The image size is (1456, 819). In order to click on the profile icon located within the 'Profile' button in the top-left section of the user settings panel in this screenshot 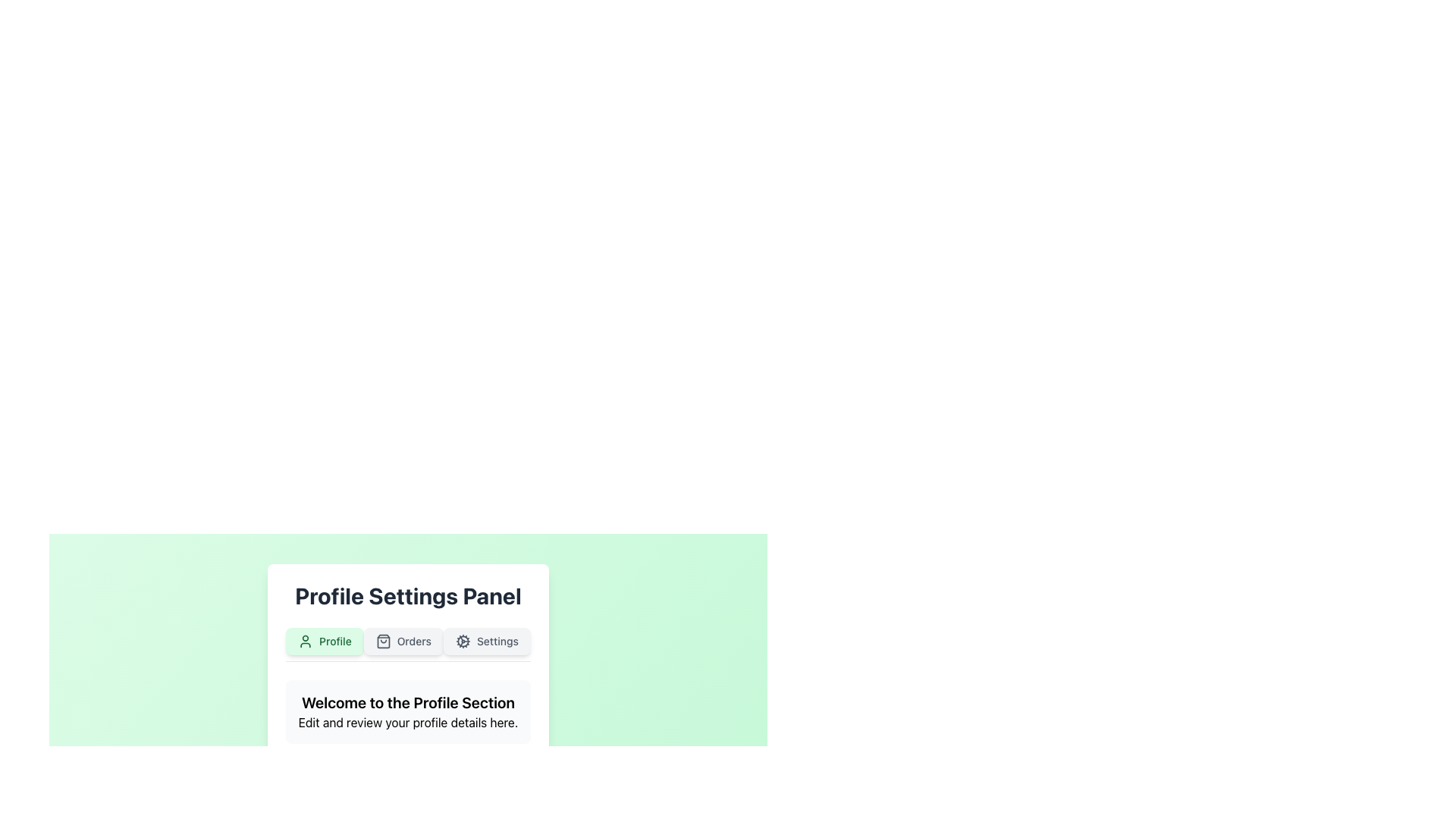, I will do `click(305, 641)`.